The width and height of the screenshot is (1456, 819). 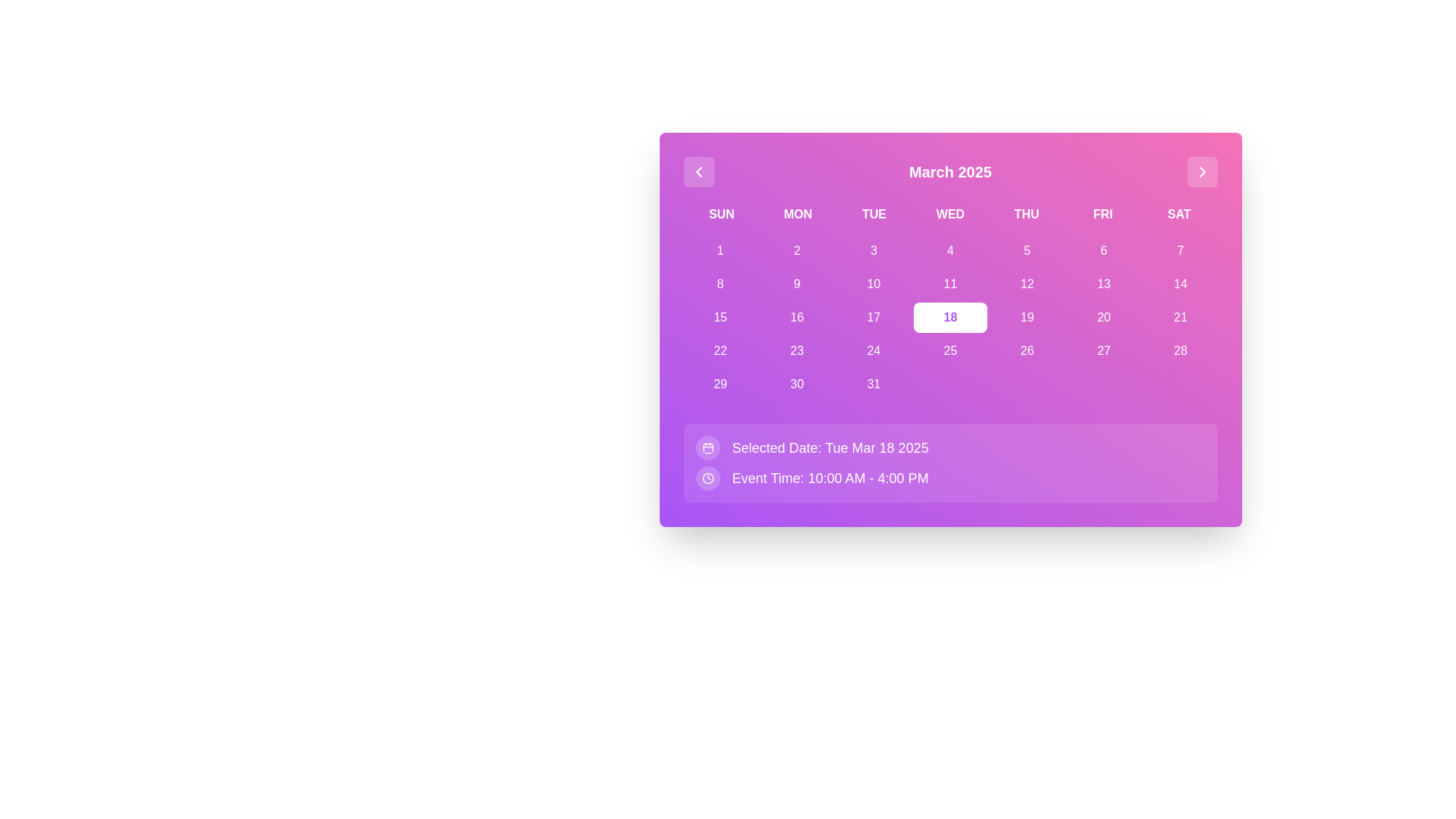 What do you see at coordinates (1179, 284) in the screenshot?
I see `the rounded rectangle button containing the number '14' with a pink background` at bounding box center [1179, 284].